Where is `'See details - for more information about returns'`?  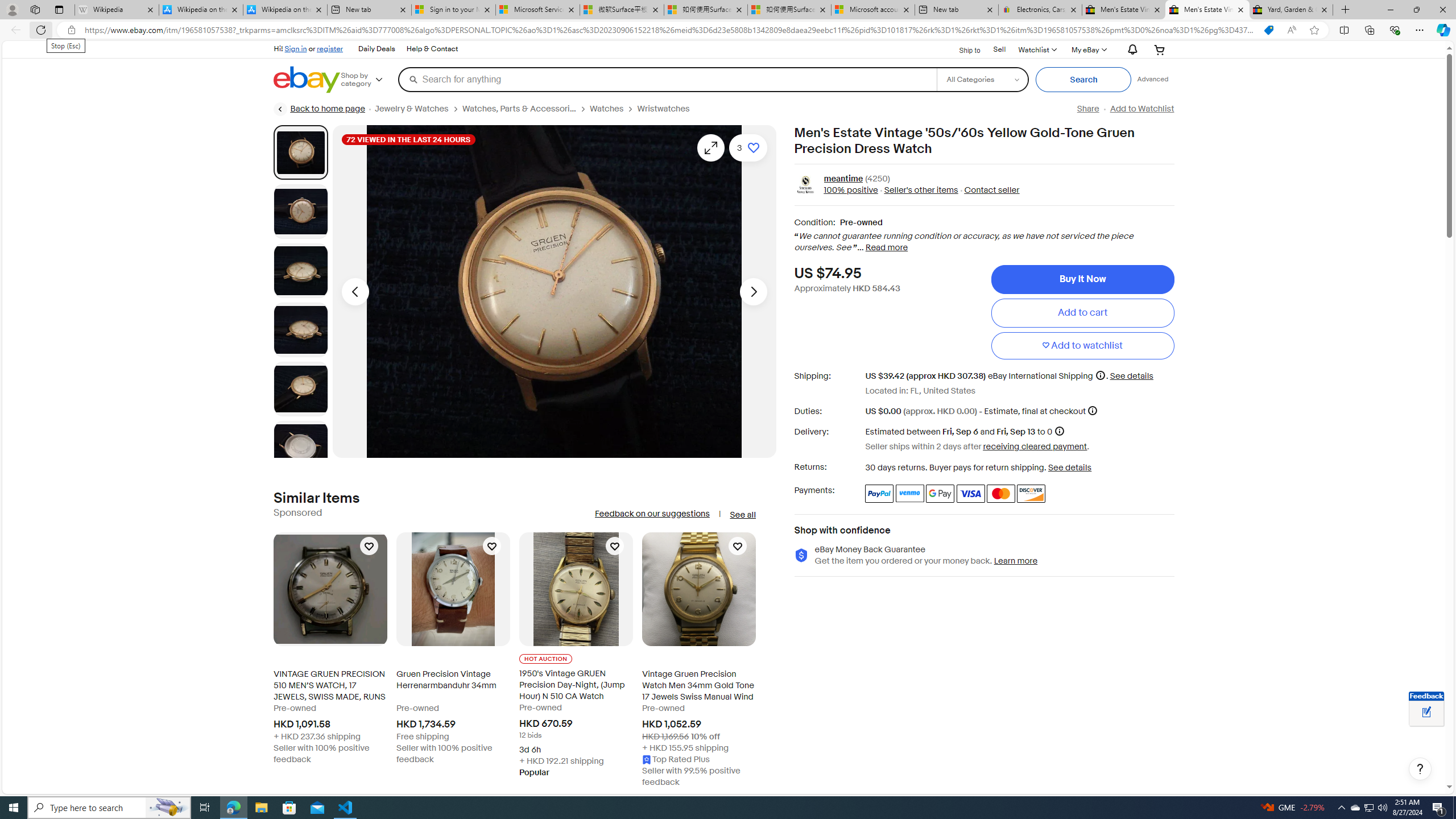
'See details - for more information about returns' is located at coordinates (1069, 468).